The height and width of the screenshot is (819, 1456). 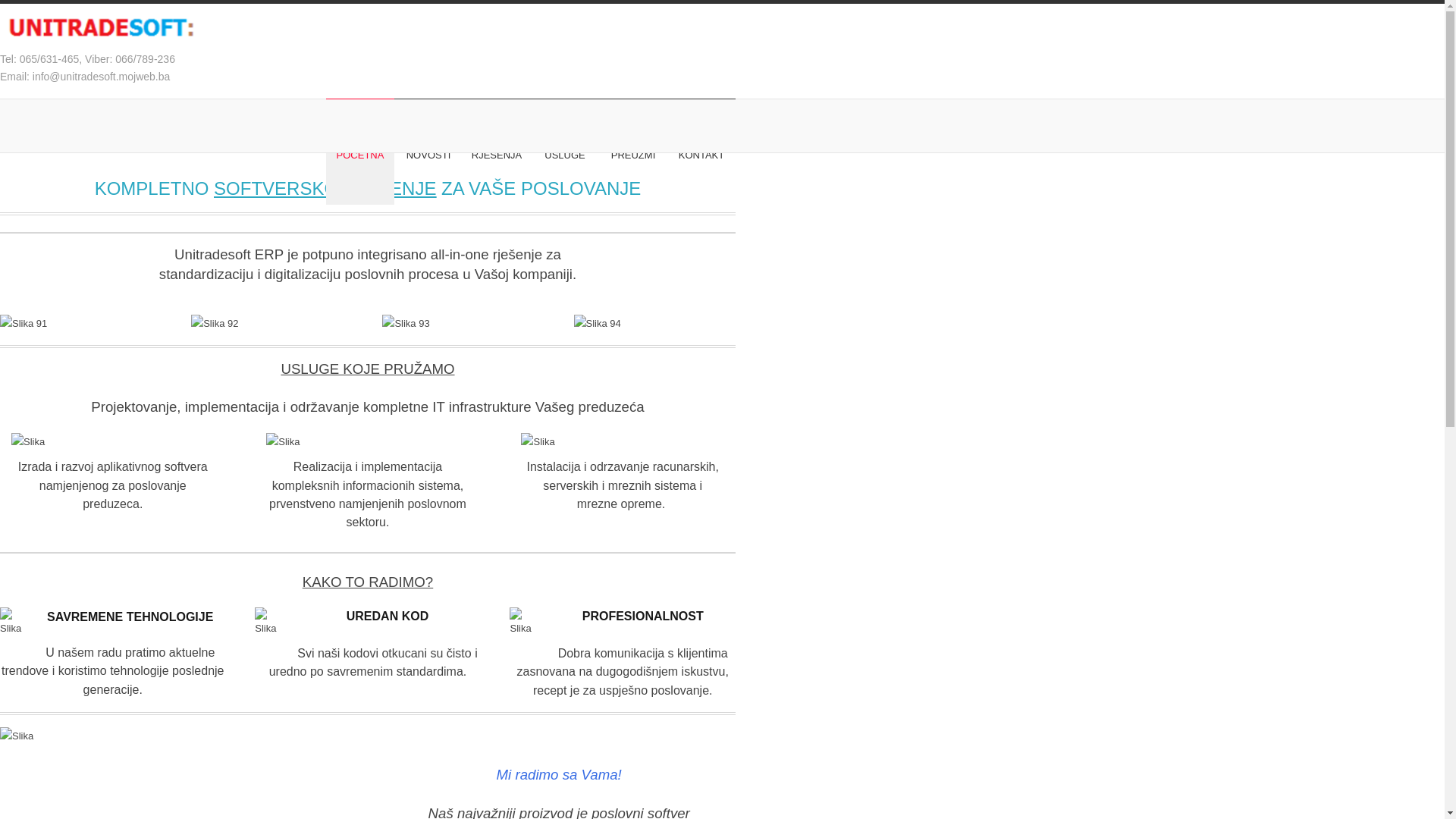 What do you see at coordinates (701, 154) in the screenshot?
I see `'KONTAKT'` at bounding box center [701, 154].